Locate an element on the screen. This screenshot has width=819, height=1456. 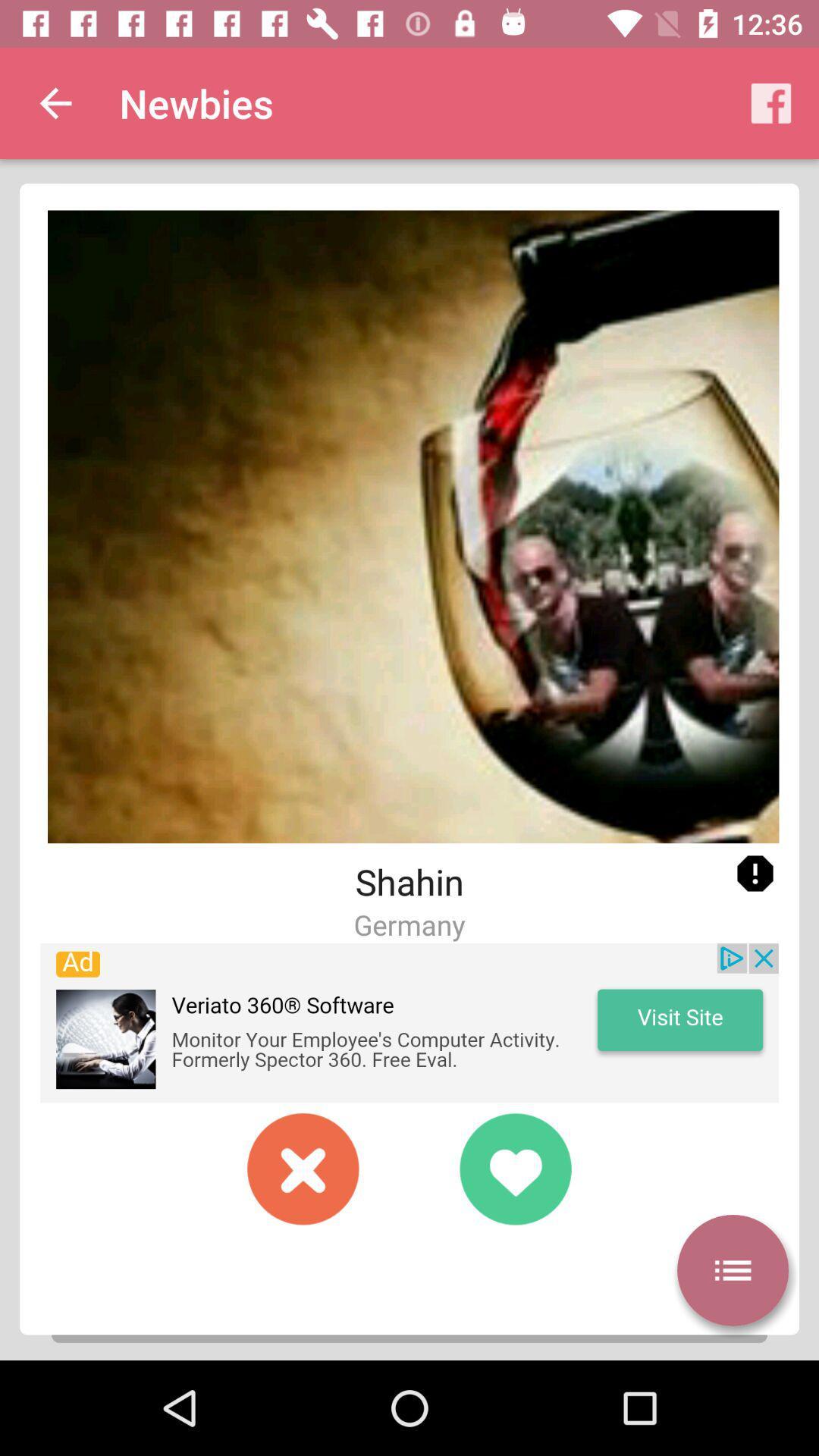
the favorite icon is located at coordinates (514, 1168).